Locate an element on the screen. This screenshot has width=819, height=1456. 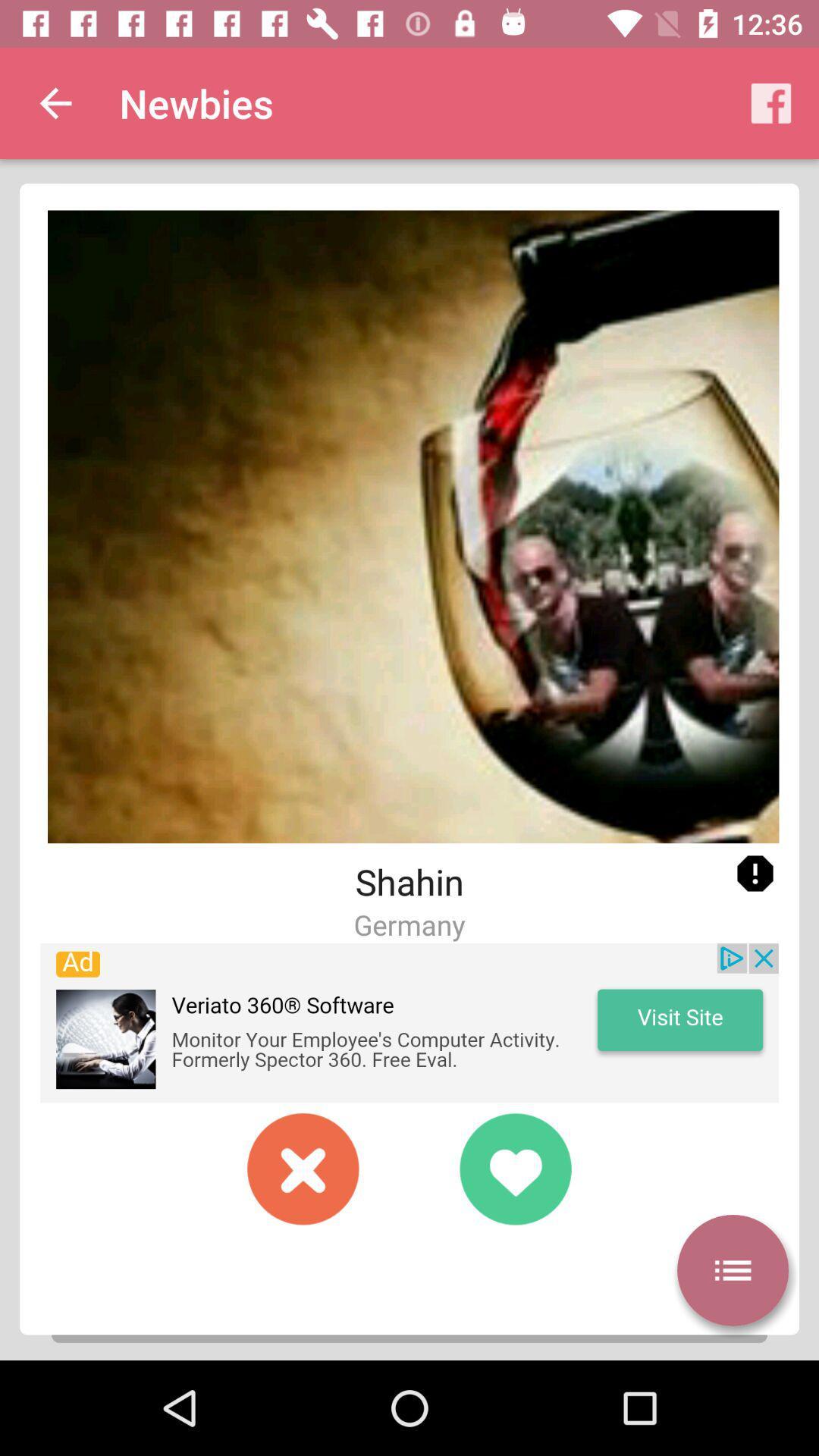
the favorite icon is located at coordinates (514, 1168).